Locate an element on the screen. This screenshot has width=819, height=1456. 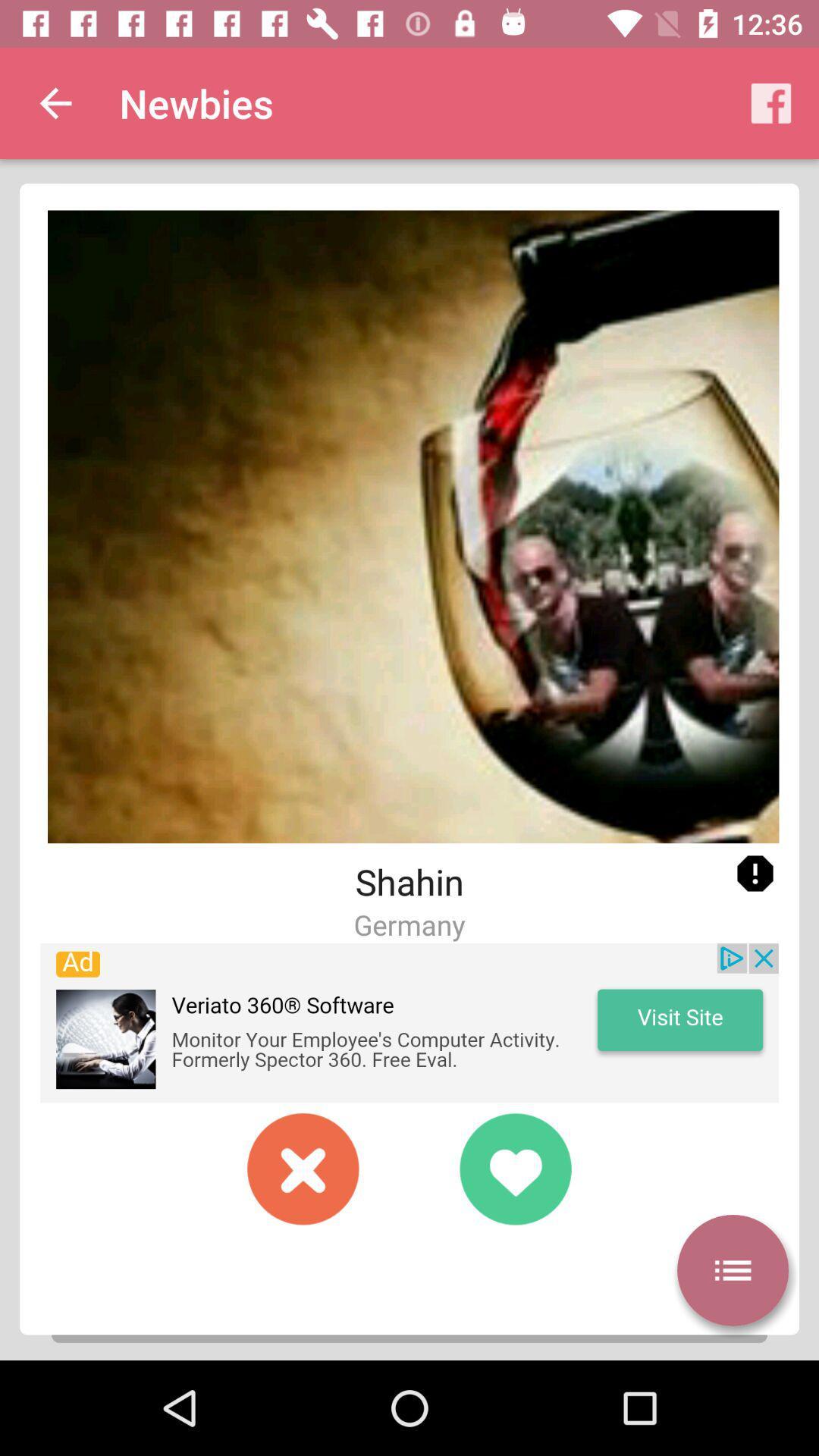
the favorite icon is located at coordinates (514, 1168).